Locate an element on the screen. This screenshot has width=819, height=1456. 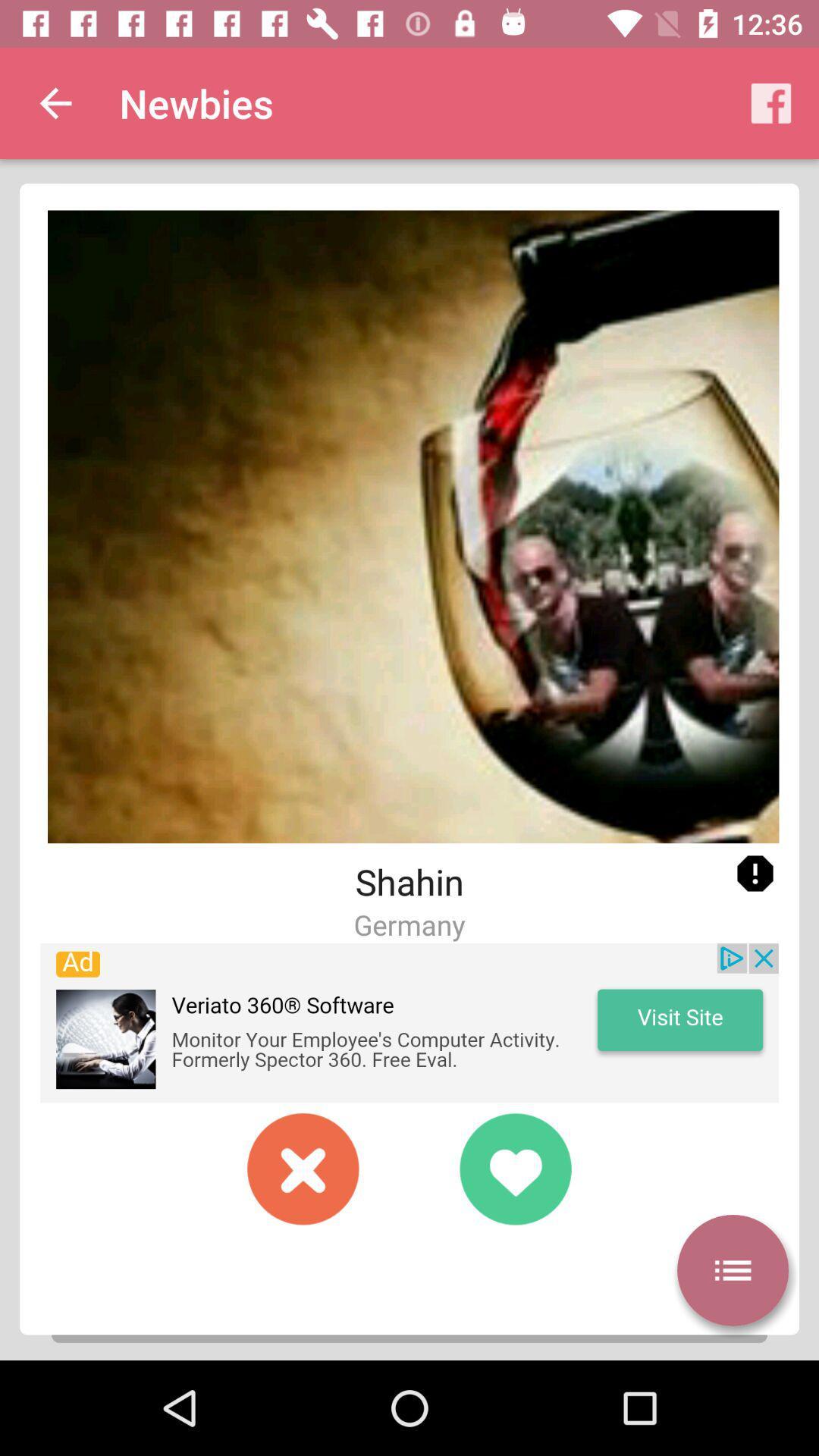
the favorite icon is located at coordinates (514, 1168).